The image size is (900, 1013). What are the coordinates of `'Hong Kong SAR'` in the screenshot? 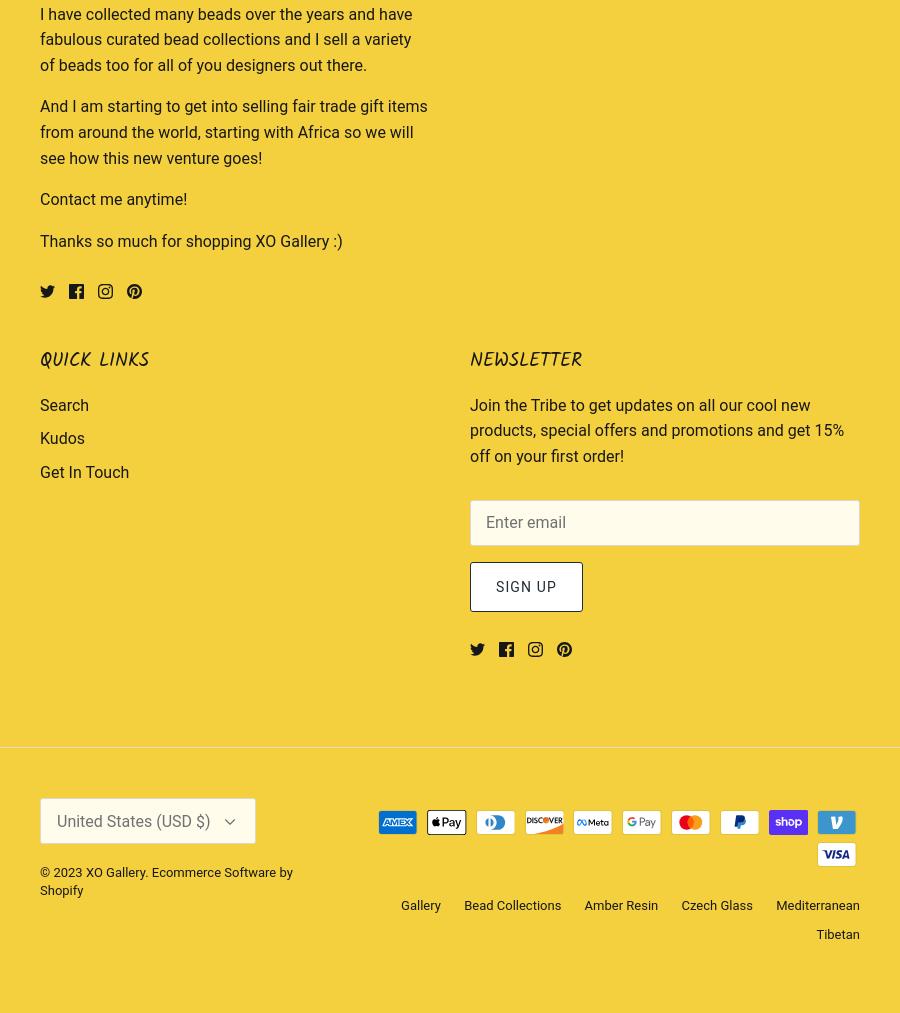 It's located at (667, 504).